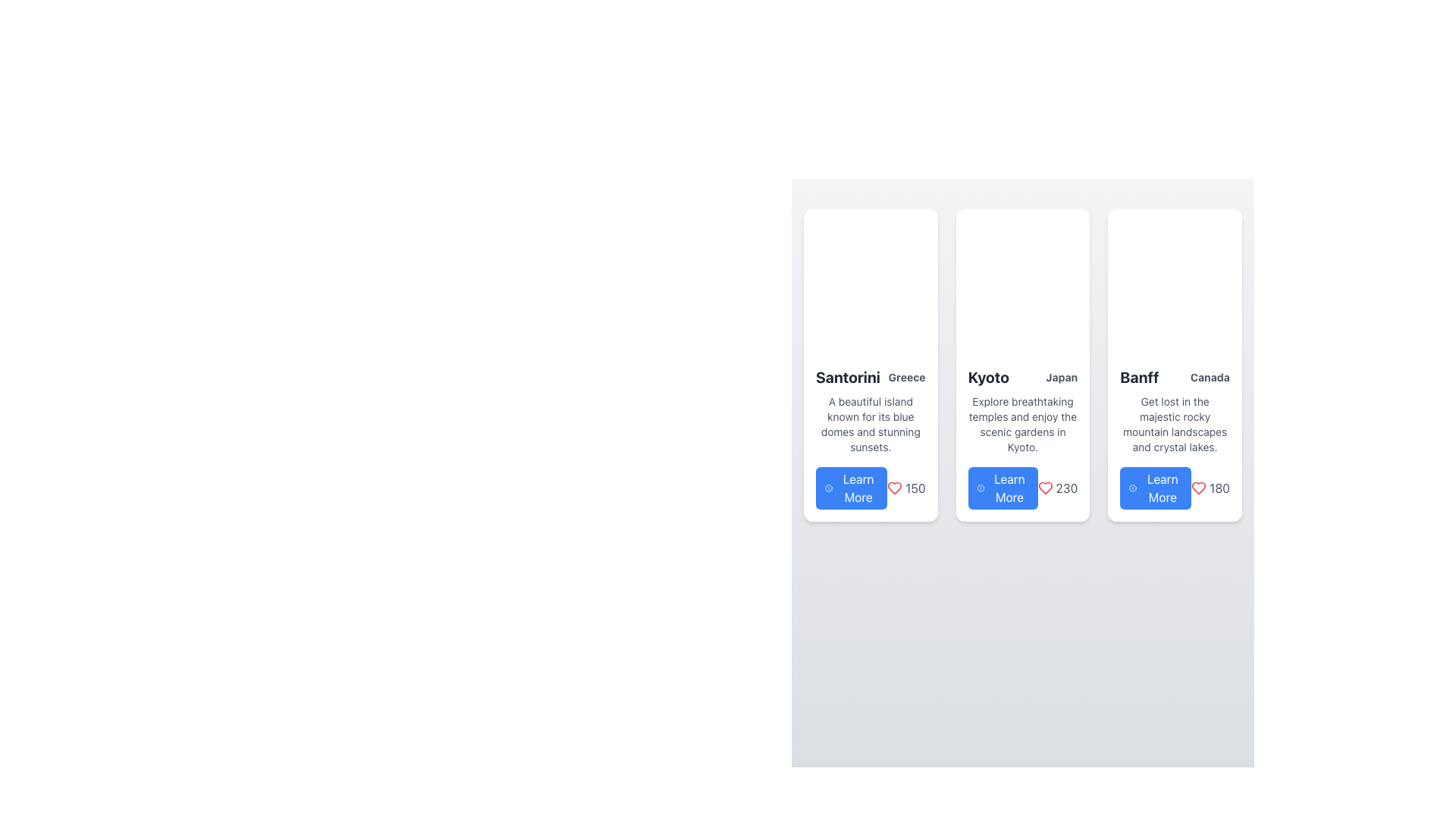 This screenshot has width=1456, height=819. Describe the element at coordinates (828, 488) in the screenshot. I see `the SVG icon located to the left of the 'Learn More' button in the first card` at that location.